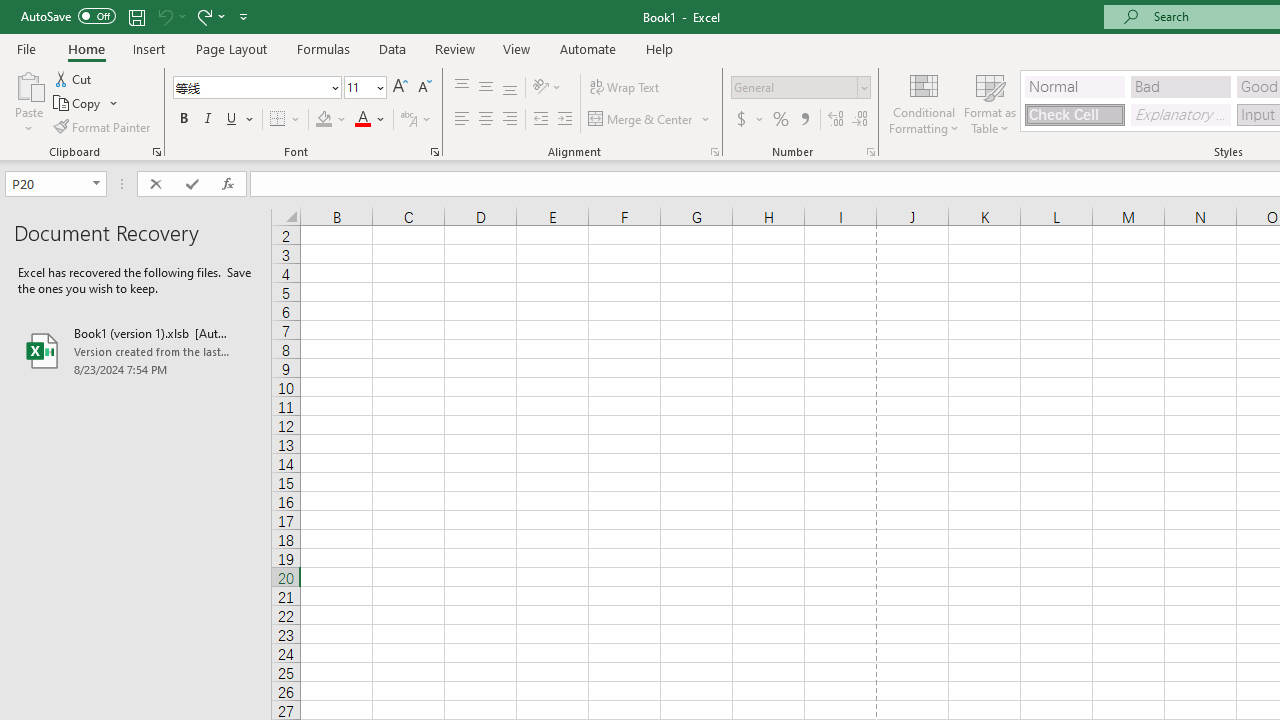 Image resolution: width=1280 pixels, height=720 pixels. I want to click on 'Center', so click(485, 119).